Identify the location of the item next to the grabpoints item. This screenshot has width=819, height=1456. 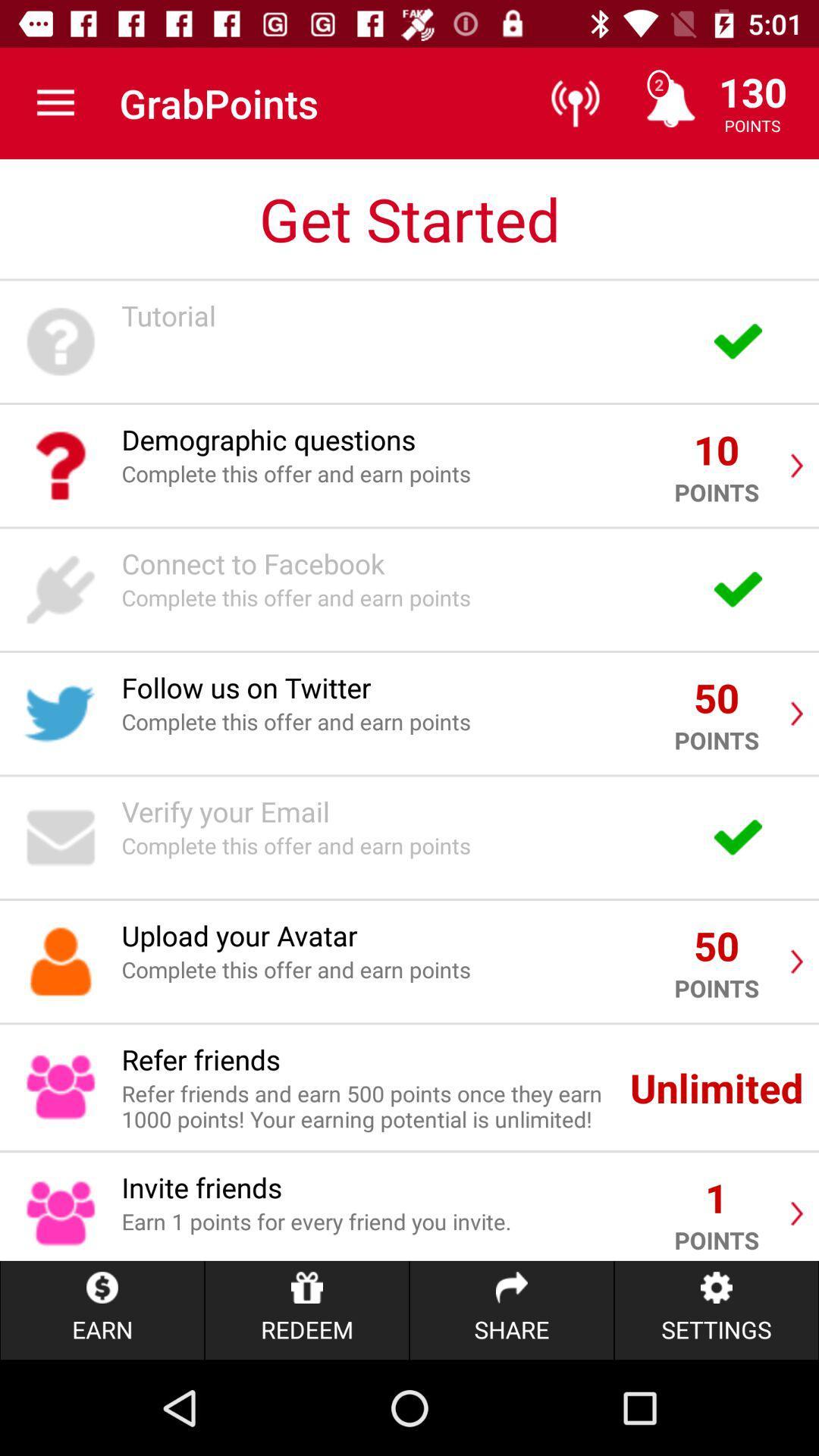
(55, 102).